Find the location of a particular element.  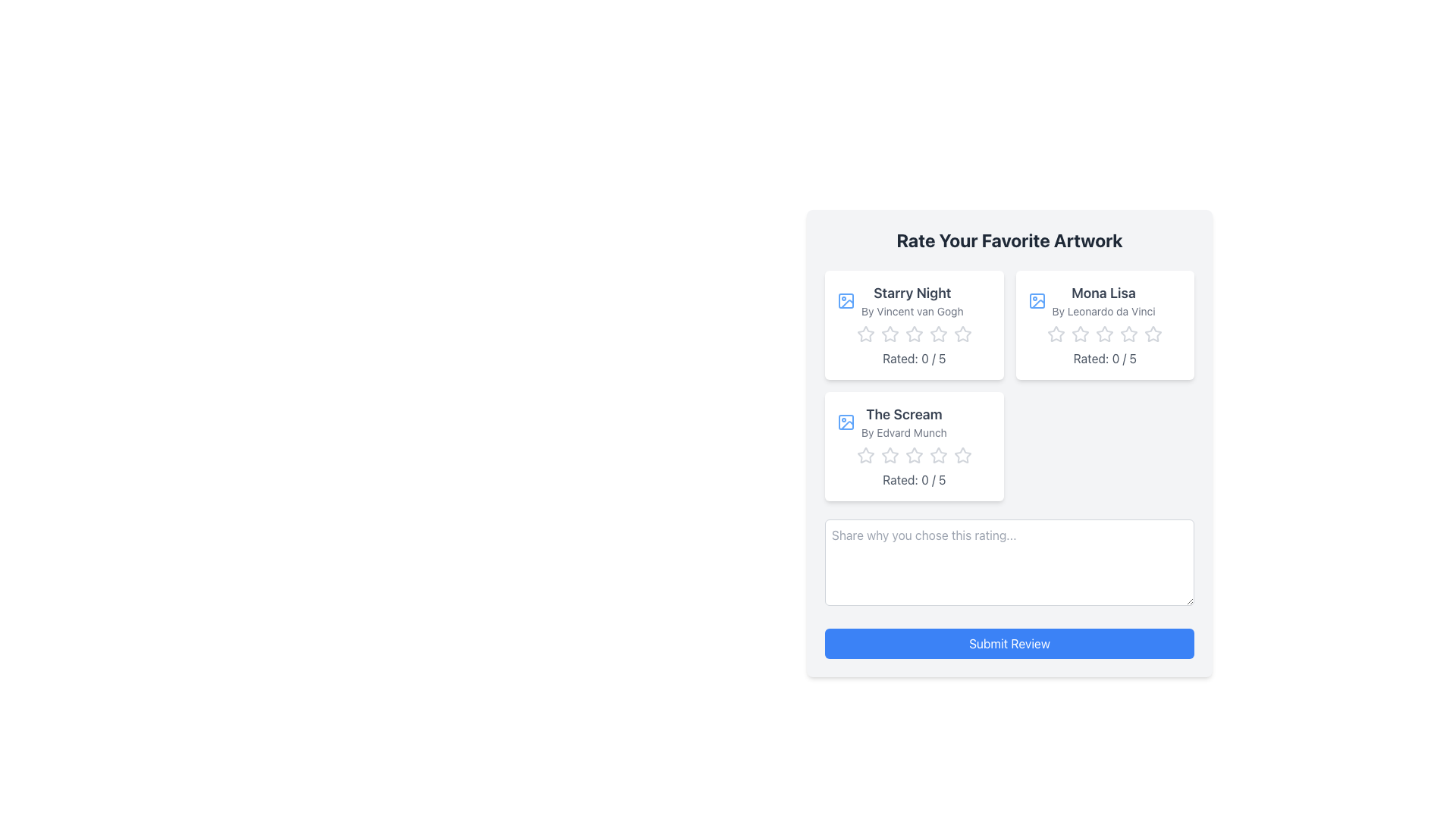

the text label that identifies the artwork 'Starry Night', located in the upper-left tile of a grid layout is located at coordinates (912, 293).